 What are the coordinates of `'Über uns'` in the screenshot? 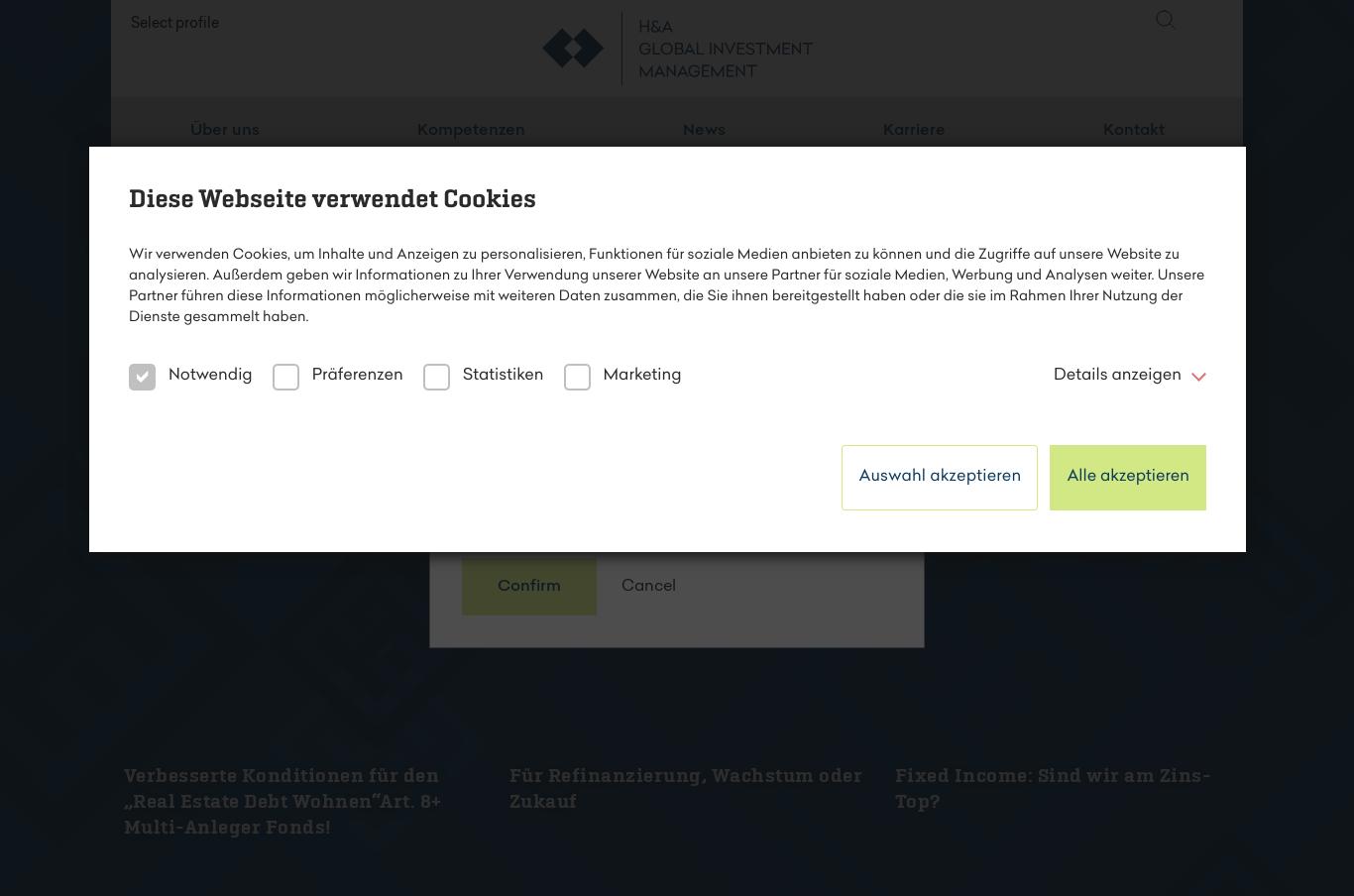 It's located at (222, 158).